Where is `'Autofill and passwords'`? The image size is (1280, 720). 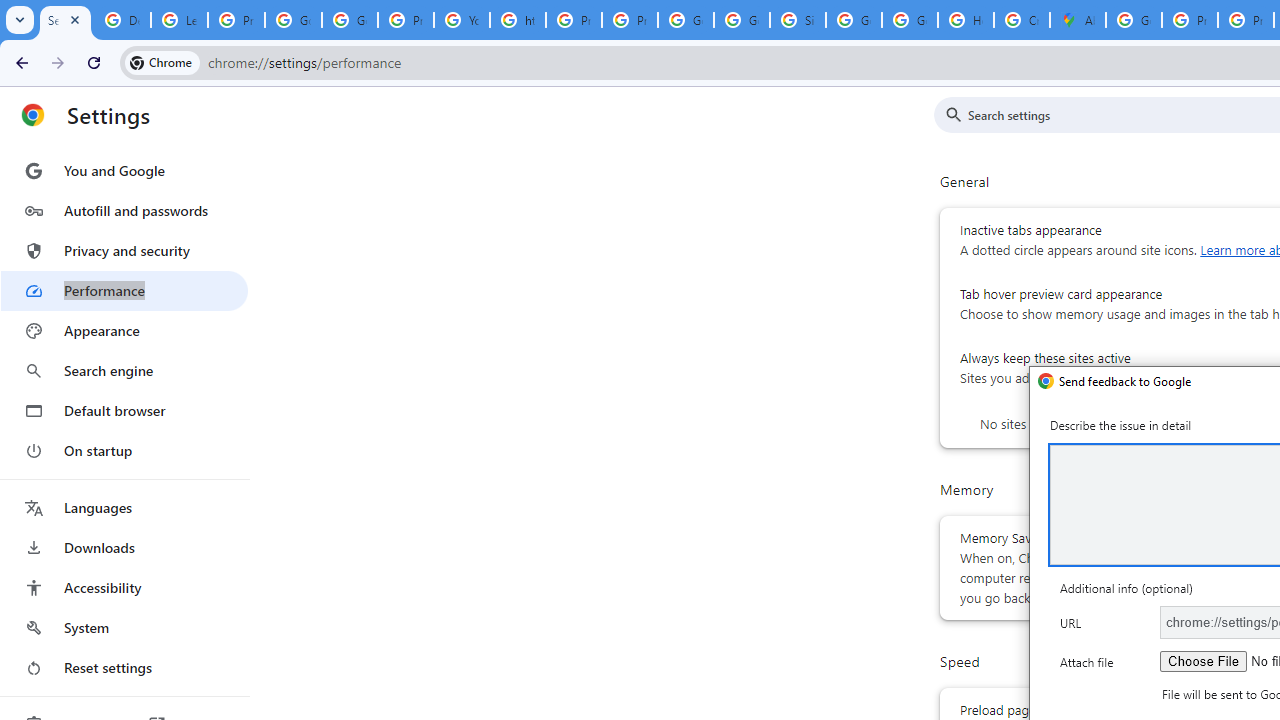 'Autofill and passwords' is located at coordinates (123, 210).